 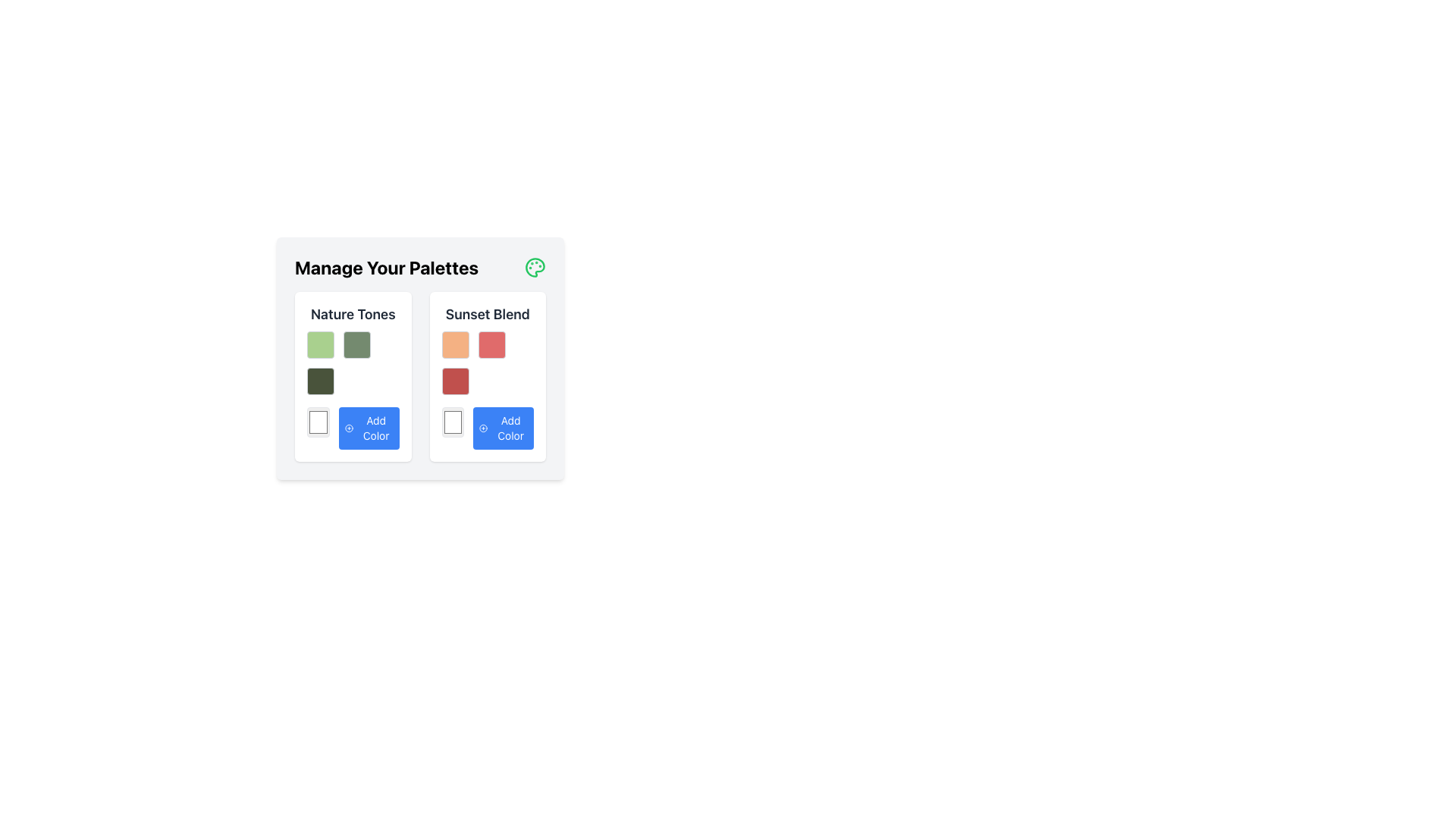 I want to click on the blue 'Add Color' button with white text and a plus icon located in the 'Nature Tones' section, so click(x=369, y=428).